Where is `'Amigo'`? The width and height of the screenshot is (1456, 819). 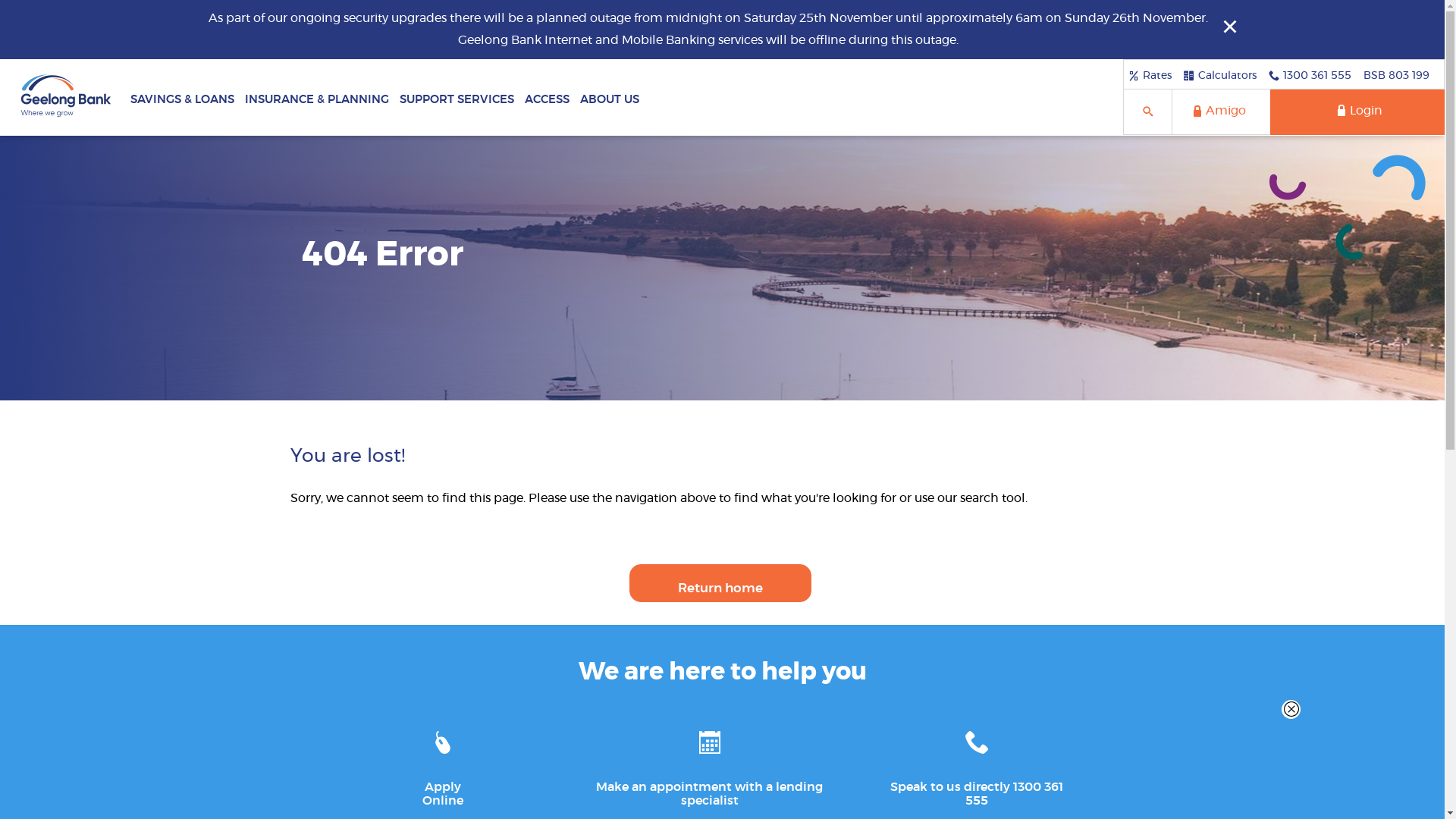 'Amigo' is located at coordinates (1220, 111).